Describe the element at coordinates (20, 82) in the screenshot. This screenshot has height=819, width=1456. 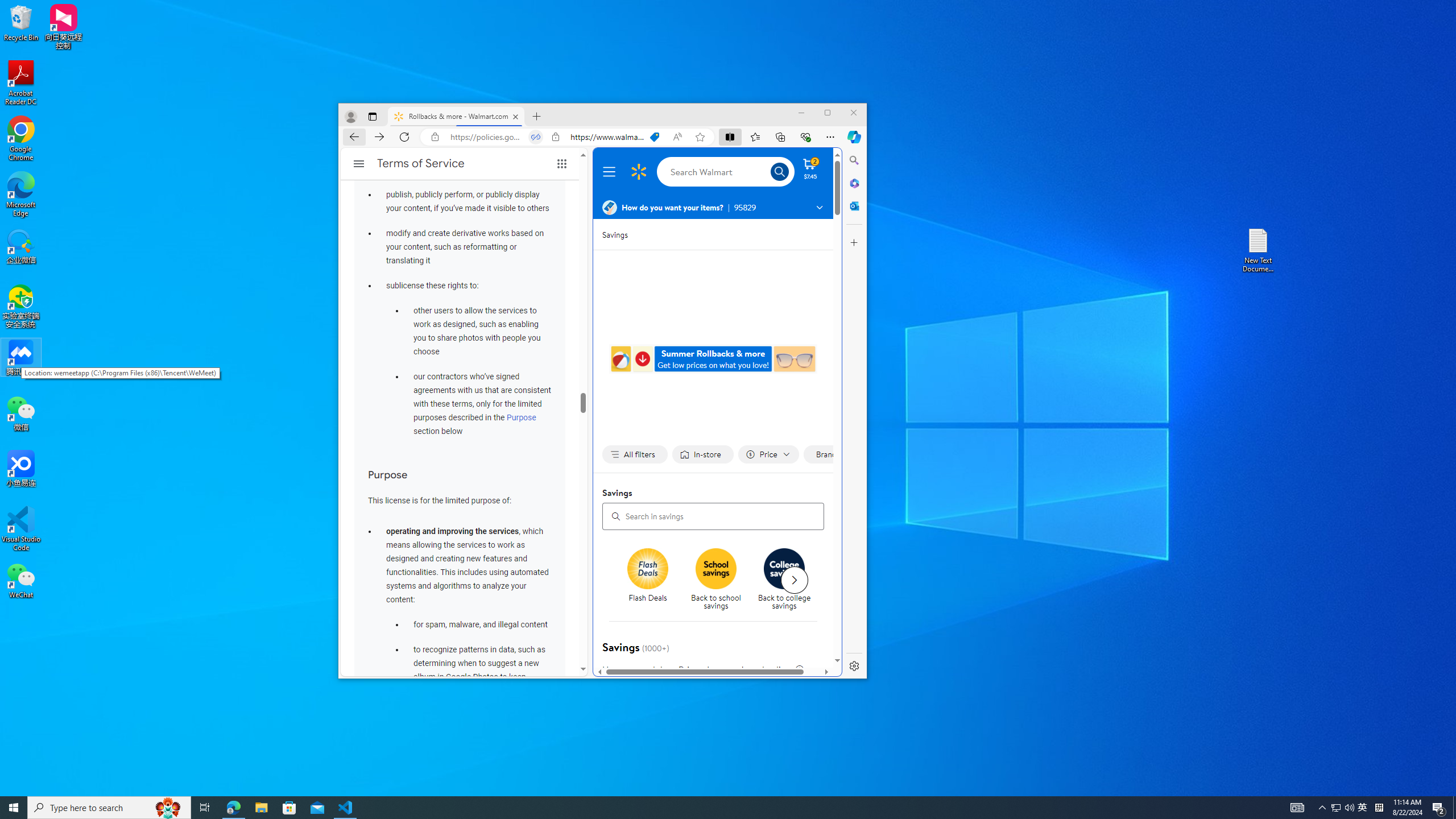
I see `'Acrobat Reader DC'` at that location.